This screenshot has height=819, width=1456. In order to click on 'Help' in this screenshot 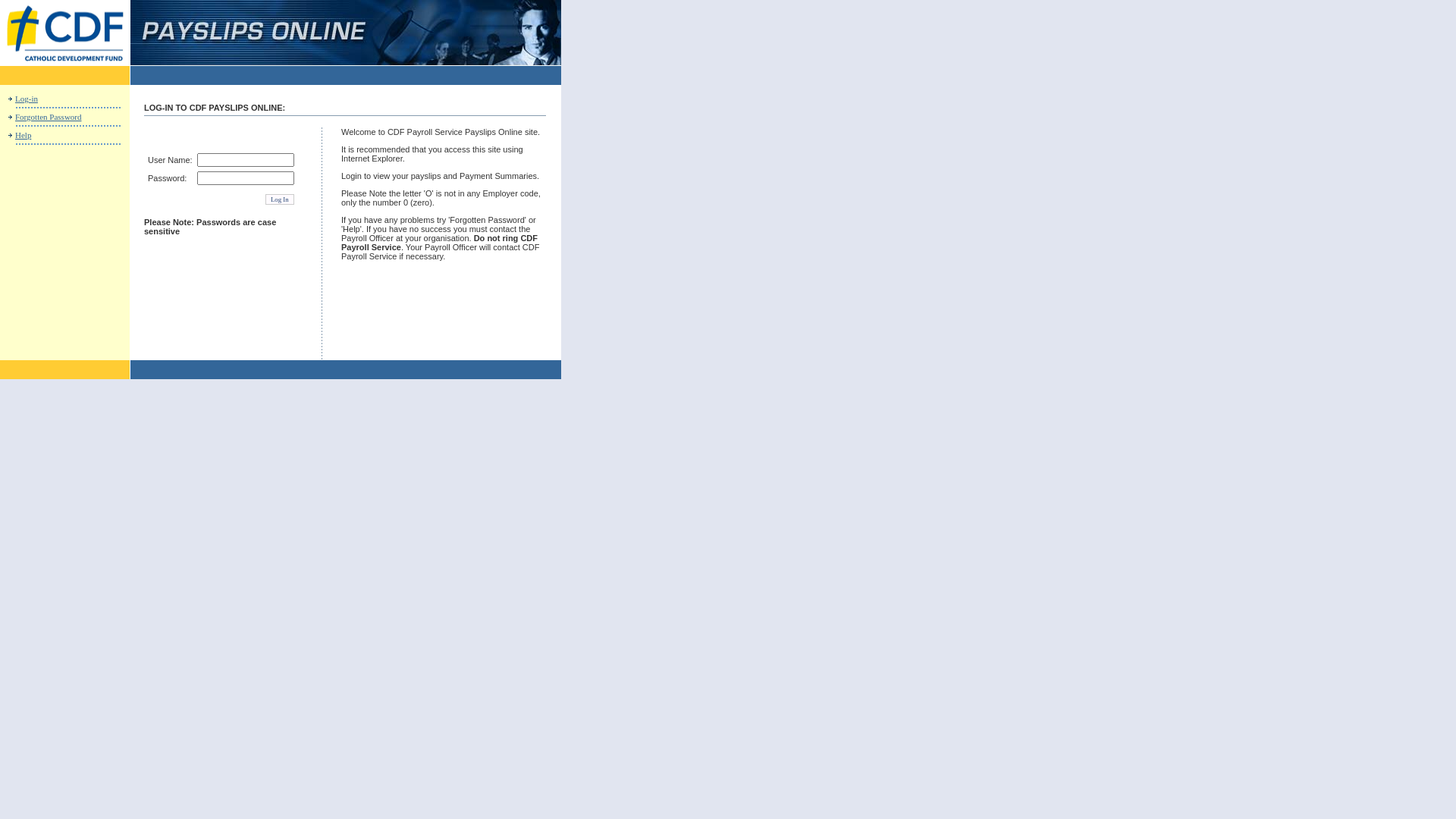, I will do `click(23, 133)`.